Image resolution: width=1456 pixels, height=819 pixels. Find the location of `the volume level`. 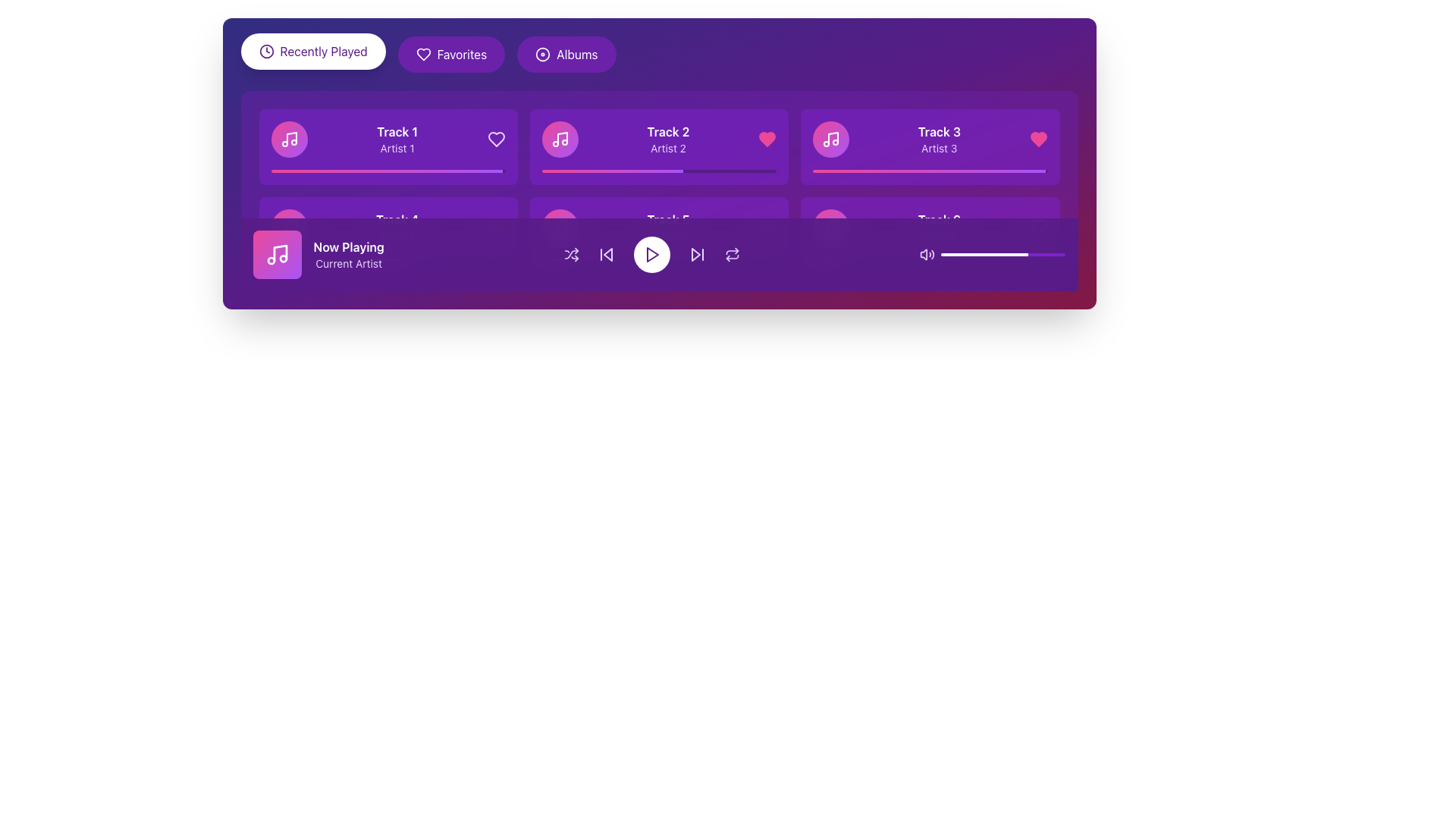

the volume level is located at coordinates (1015, 253).